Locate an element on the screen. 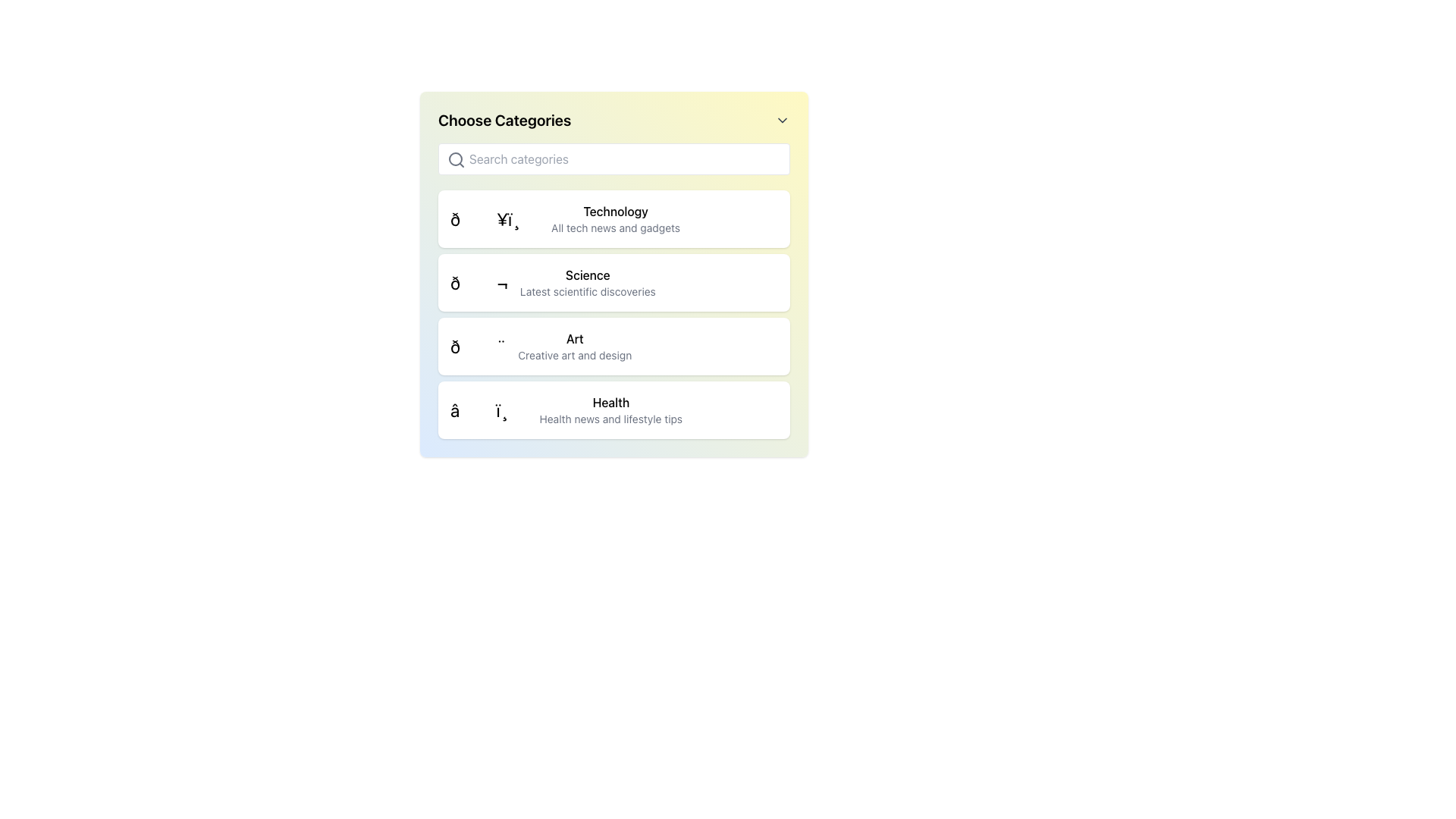 The width and height of the screenshot is (1456, 819). the Category selector element labeled 'Health' is located at coordinates (566, 409).